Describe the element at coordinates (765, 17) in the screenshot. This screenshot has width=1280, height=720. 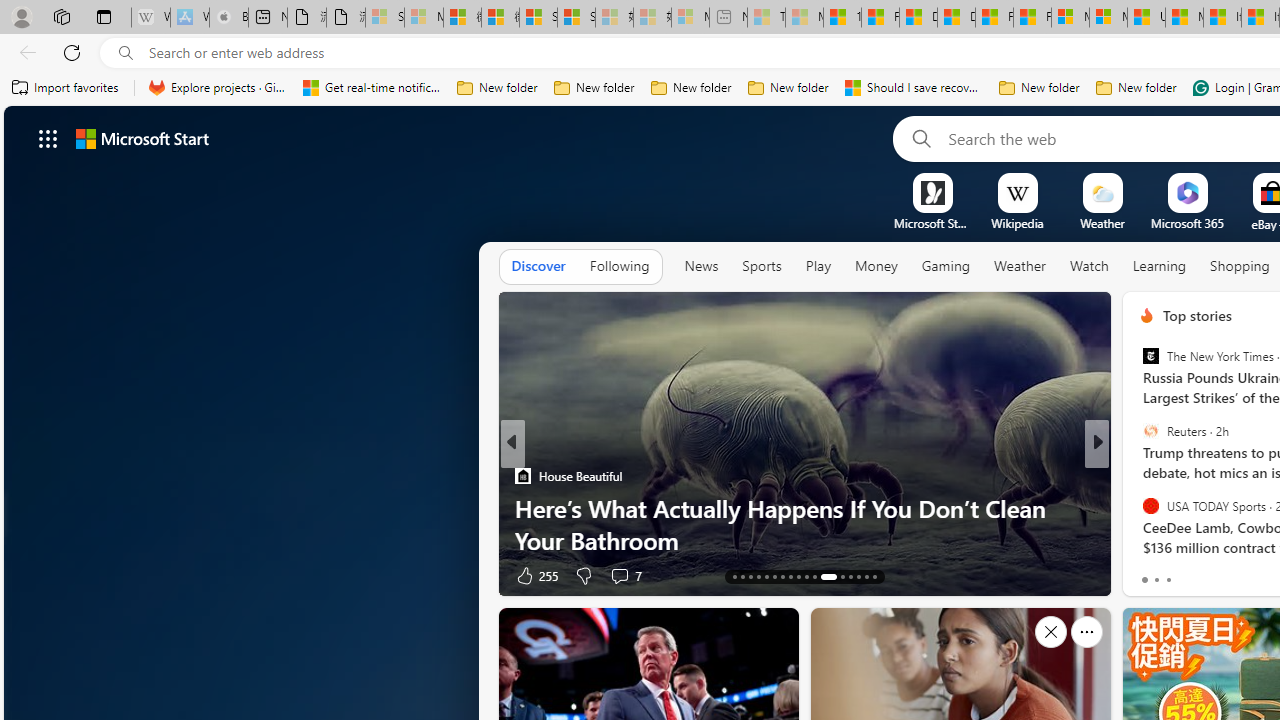
I see `'Top Stories - MSN - Sleeping'` at that location.